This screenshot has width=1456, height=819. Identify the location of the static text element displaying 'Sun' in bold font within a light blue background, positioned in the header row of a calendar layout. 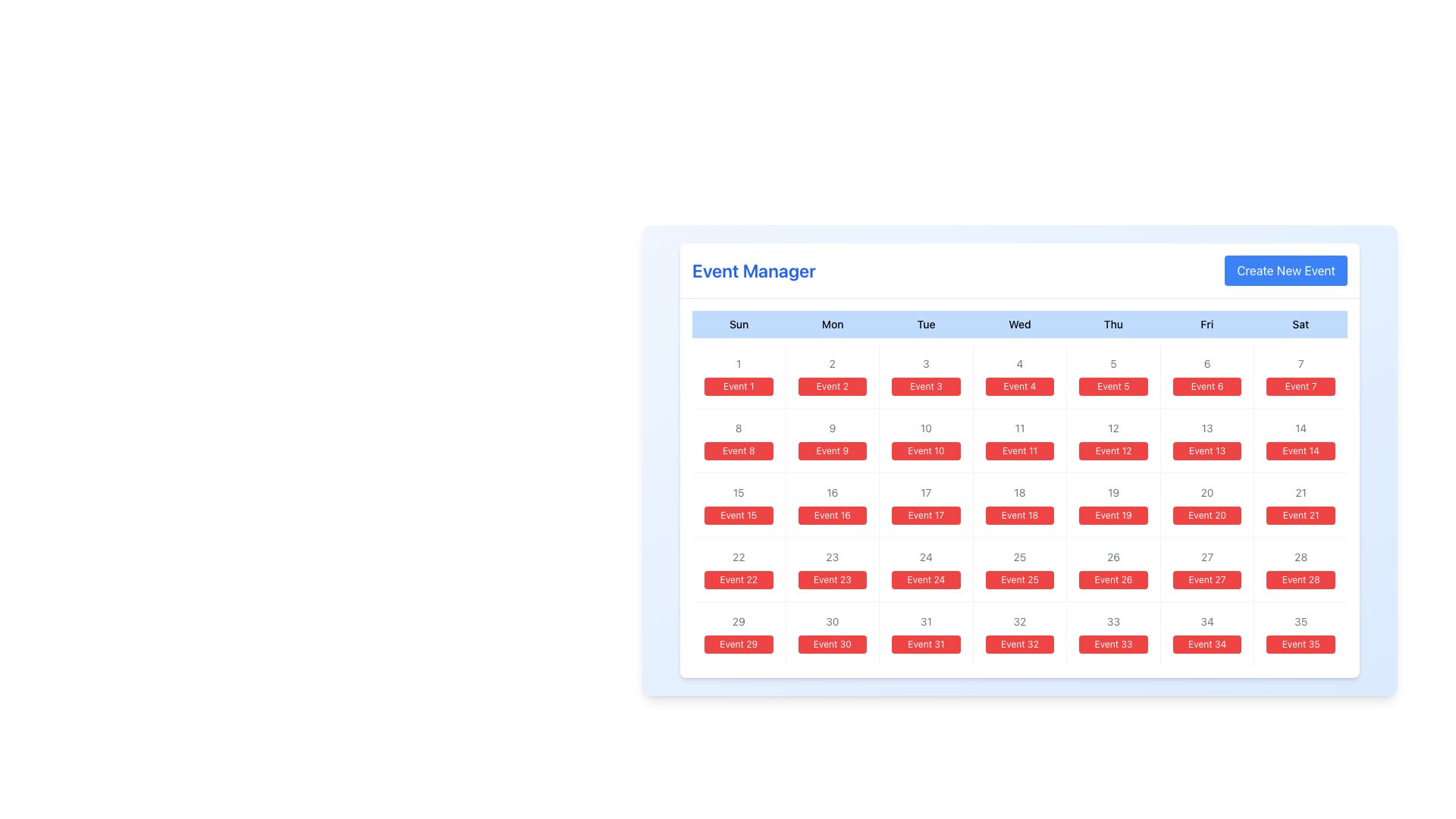
(739, 324).